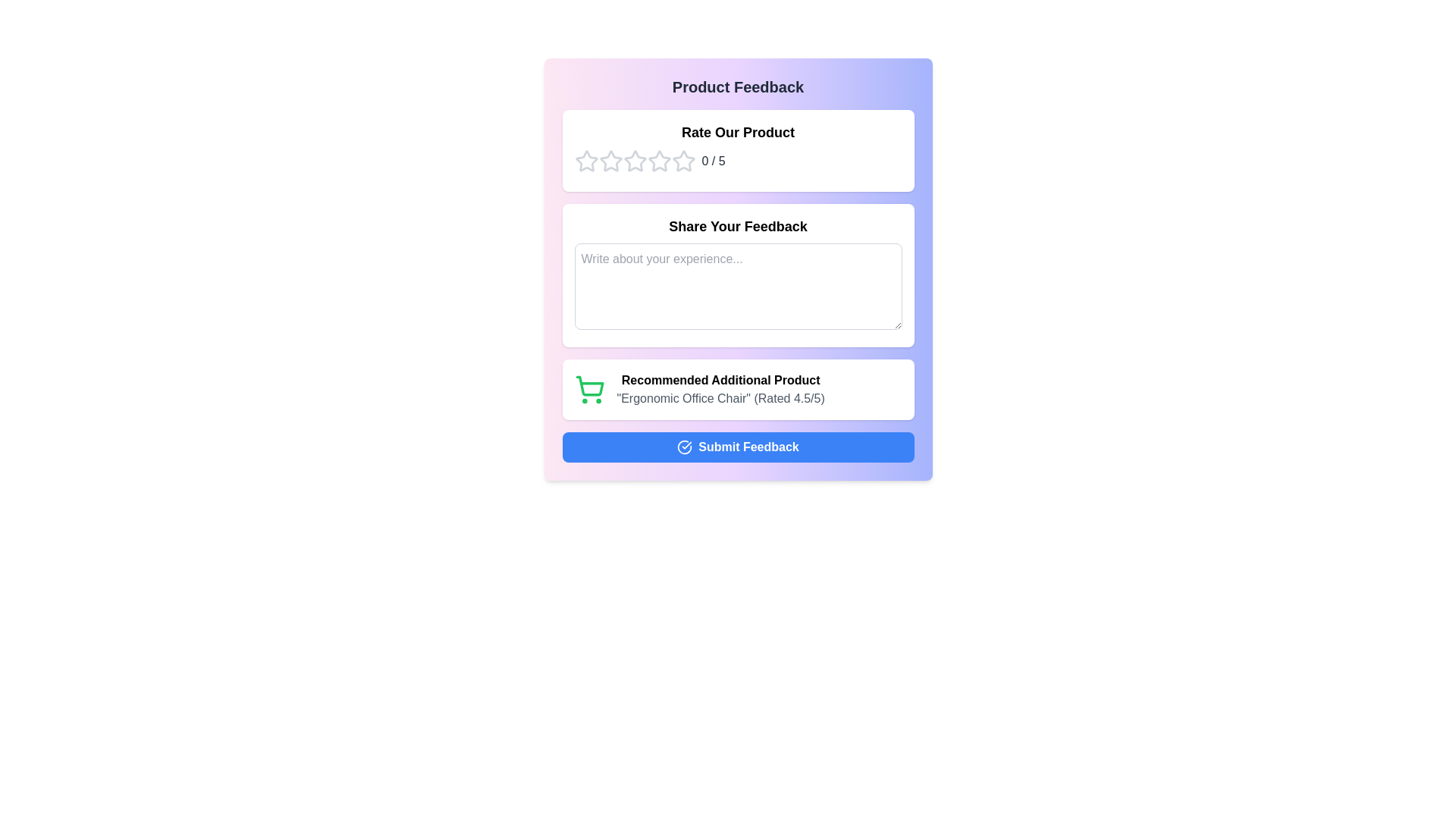  I want to click on the first interactive rating star icon in the rating widget under the 'Rate Our Product' section, so click(585, 161).